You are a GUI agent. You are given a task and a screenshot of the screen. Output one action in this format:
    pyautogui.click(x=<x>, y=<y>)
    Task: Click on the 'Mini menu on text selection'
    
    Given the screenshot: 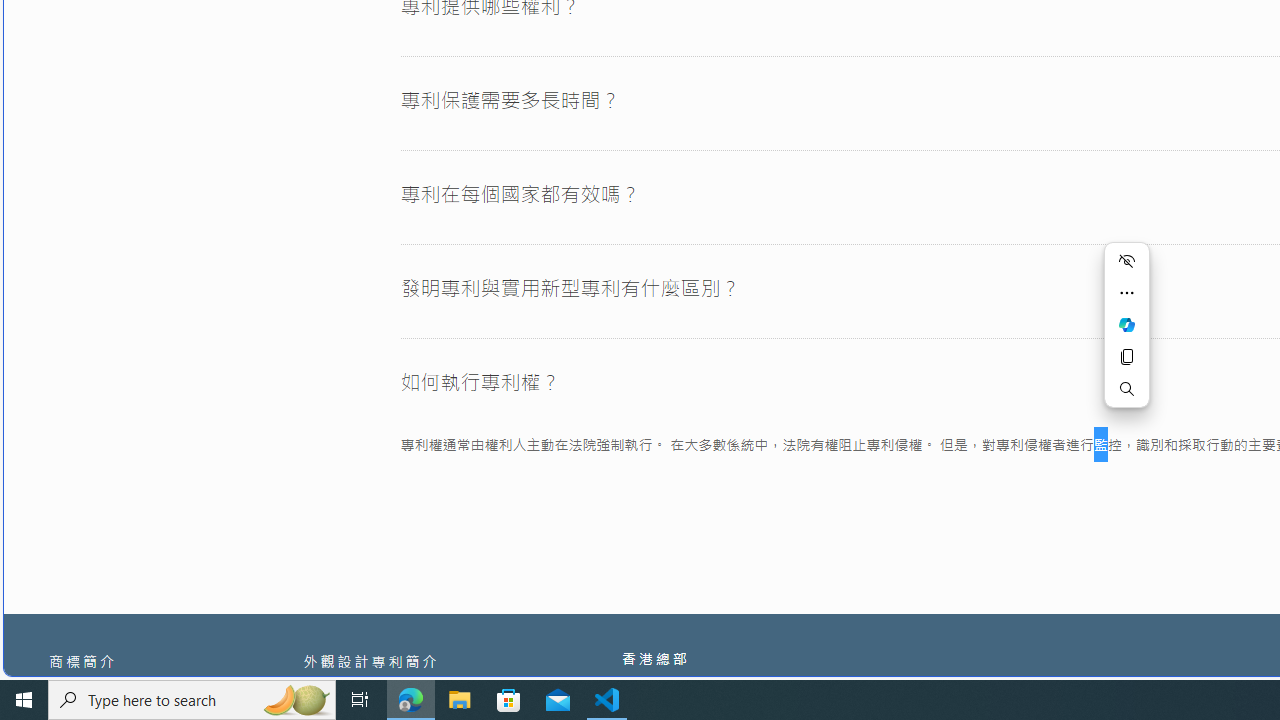 What is the action you would take?
    pyautogui.click(x=1127, y=324)
    